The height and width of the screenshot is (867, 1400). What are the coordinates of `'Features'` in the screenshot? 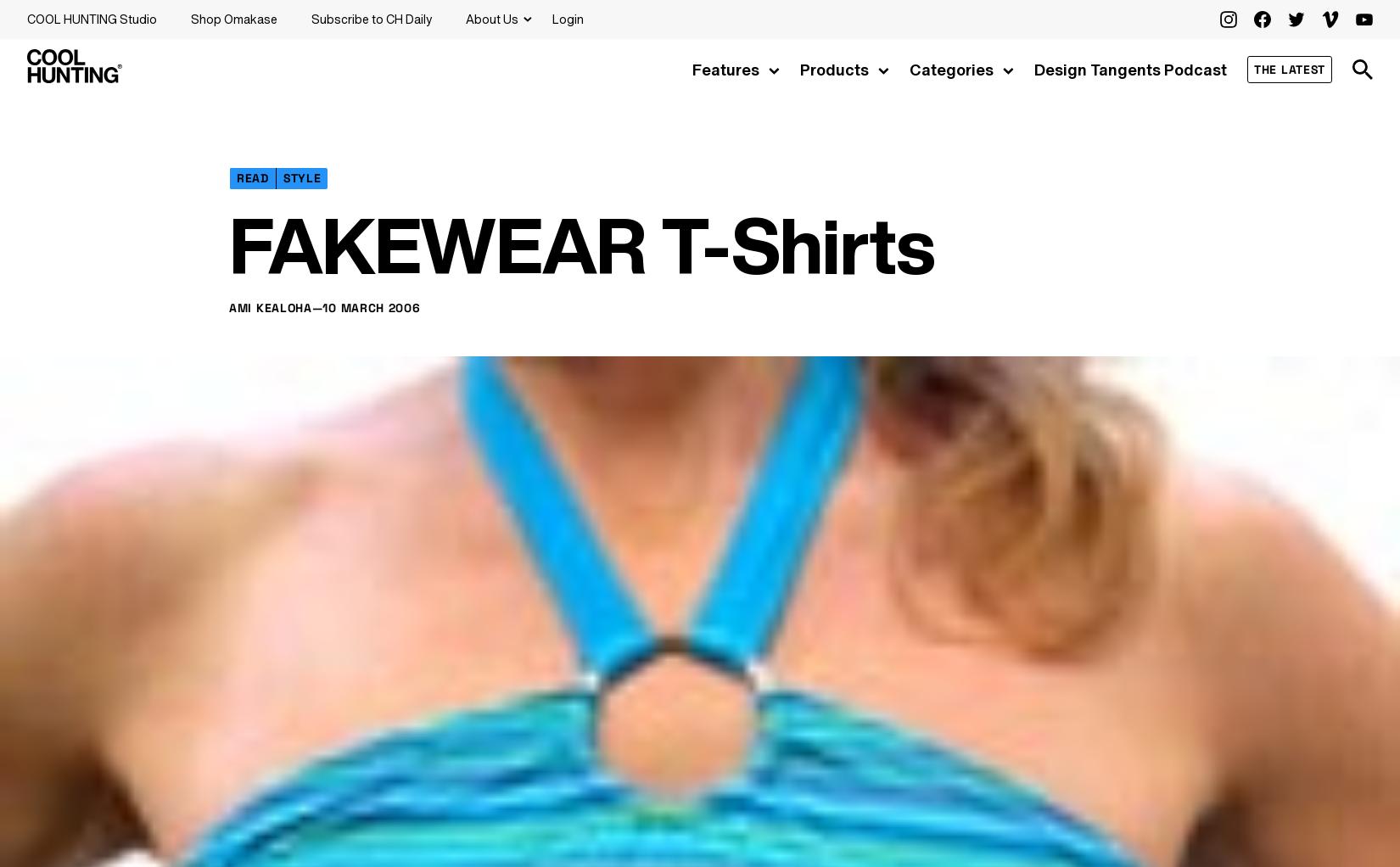 It's located at (725, 68).